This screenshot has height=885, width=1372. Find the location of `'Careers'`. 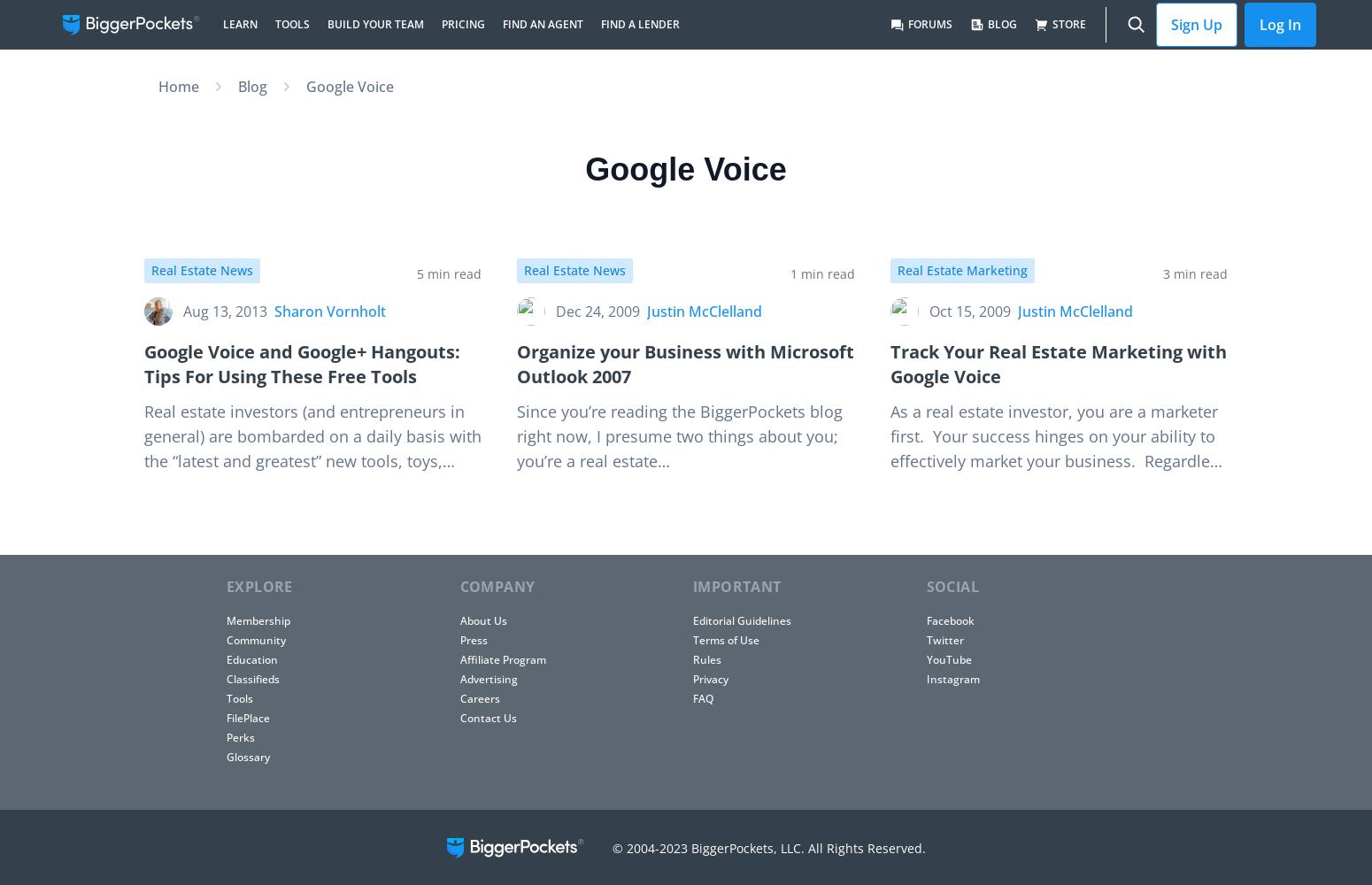

'Careers' is located at coordinates (478, 698).